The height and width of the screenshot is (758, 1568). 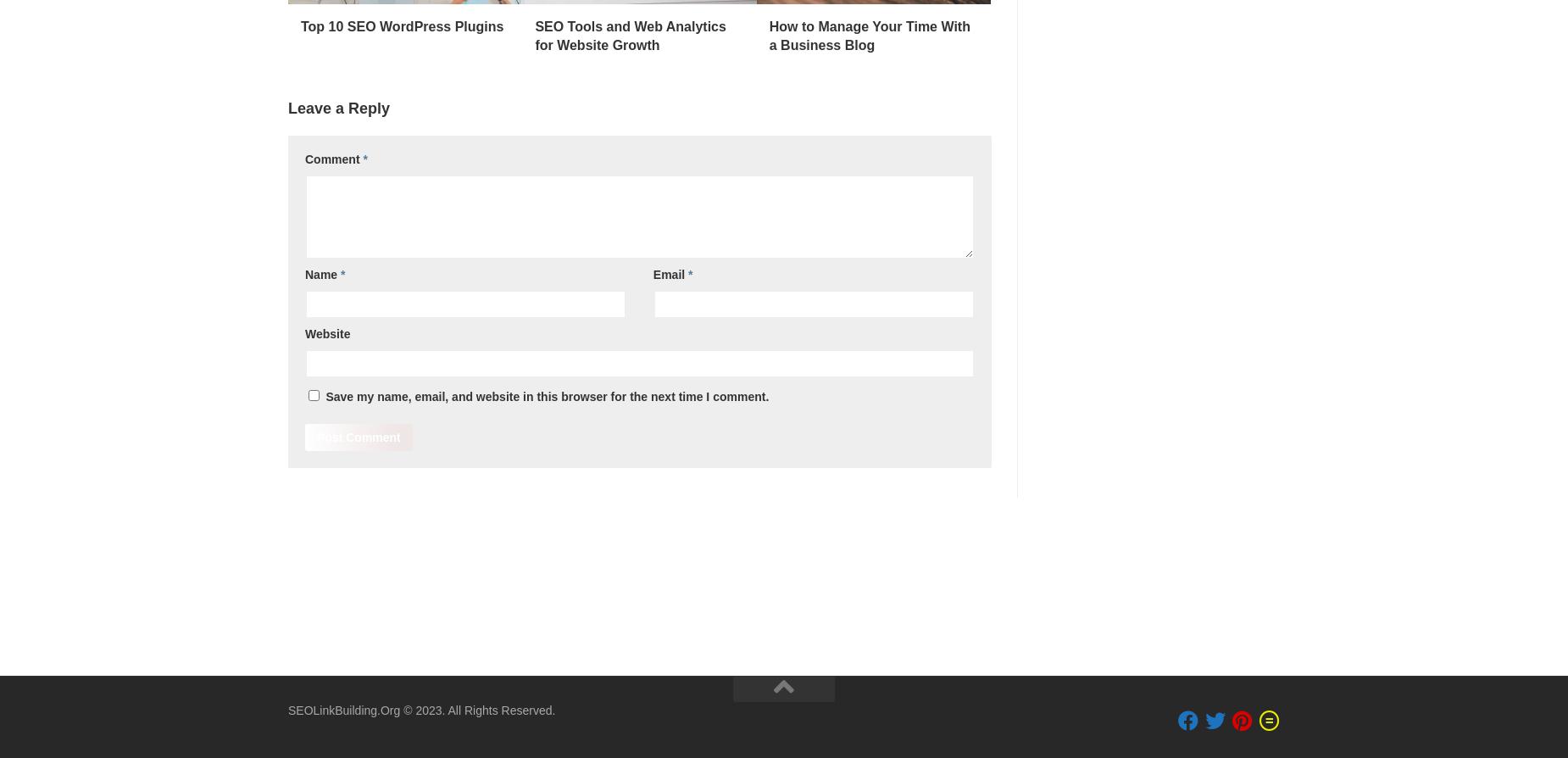 I want to click on 'Website', so click(x=326, y=332).